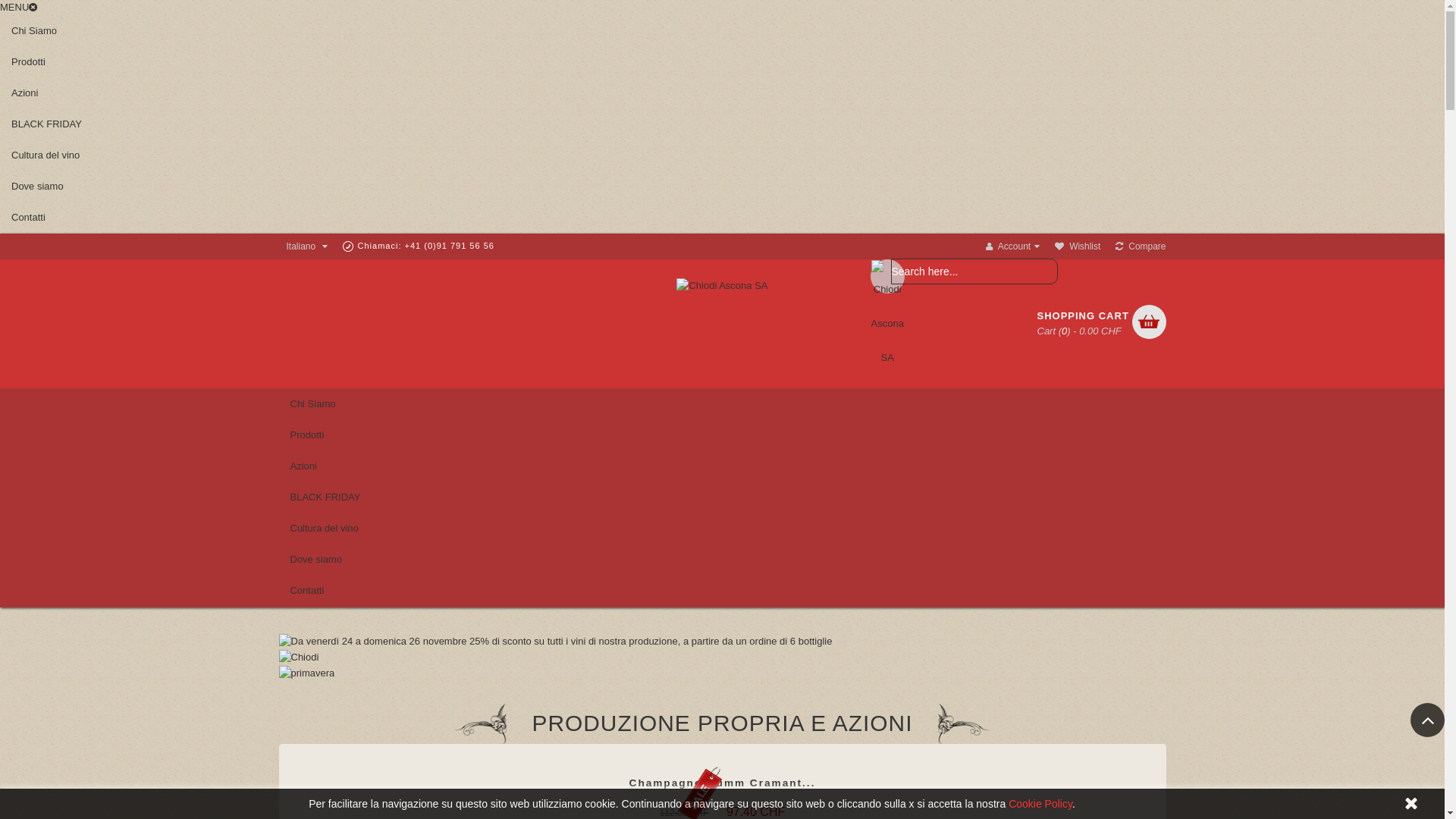 This screenshot has height=819, width=1456. What do you see at coordinates (279, 245) in the screenshot?
I see `'Italiano'` at bounding box center [279, 245].